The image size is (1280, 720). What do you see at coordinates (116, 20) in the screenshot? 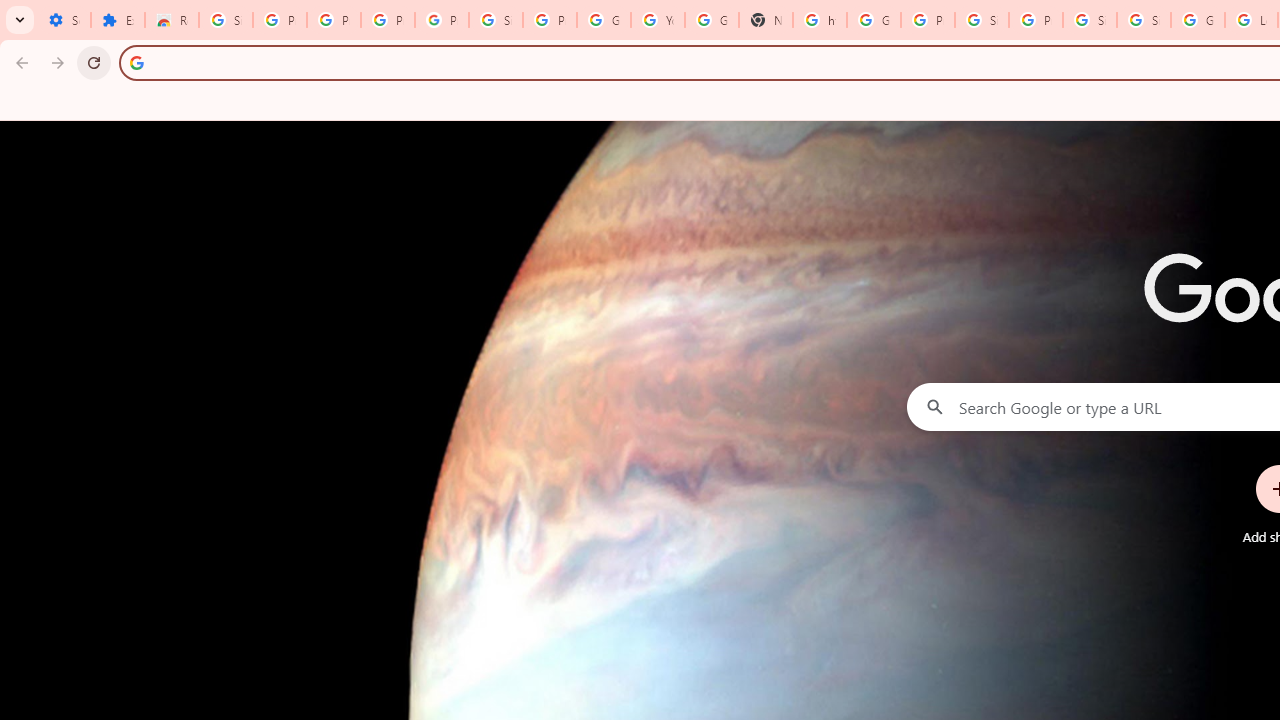
I see `'Extensions'` at bounding box center [116, 20].